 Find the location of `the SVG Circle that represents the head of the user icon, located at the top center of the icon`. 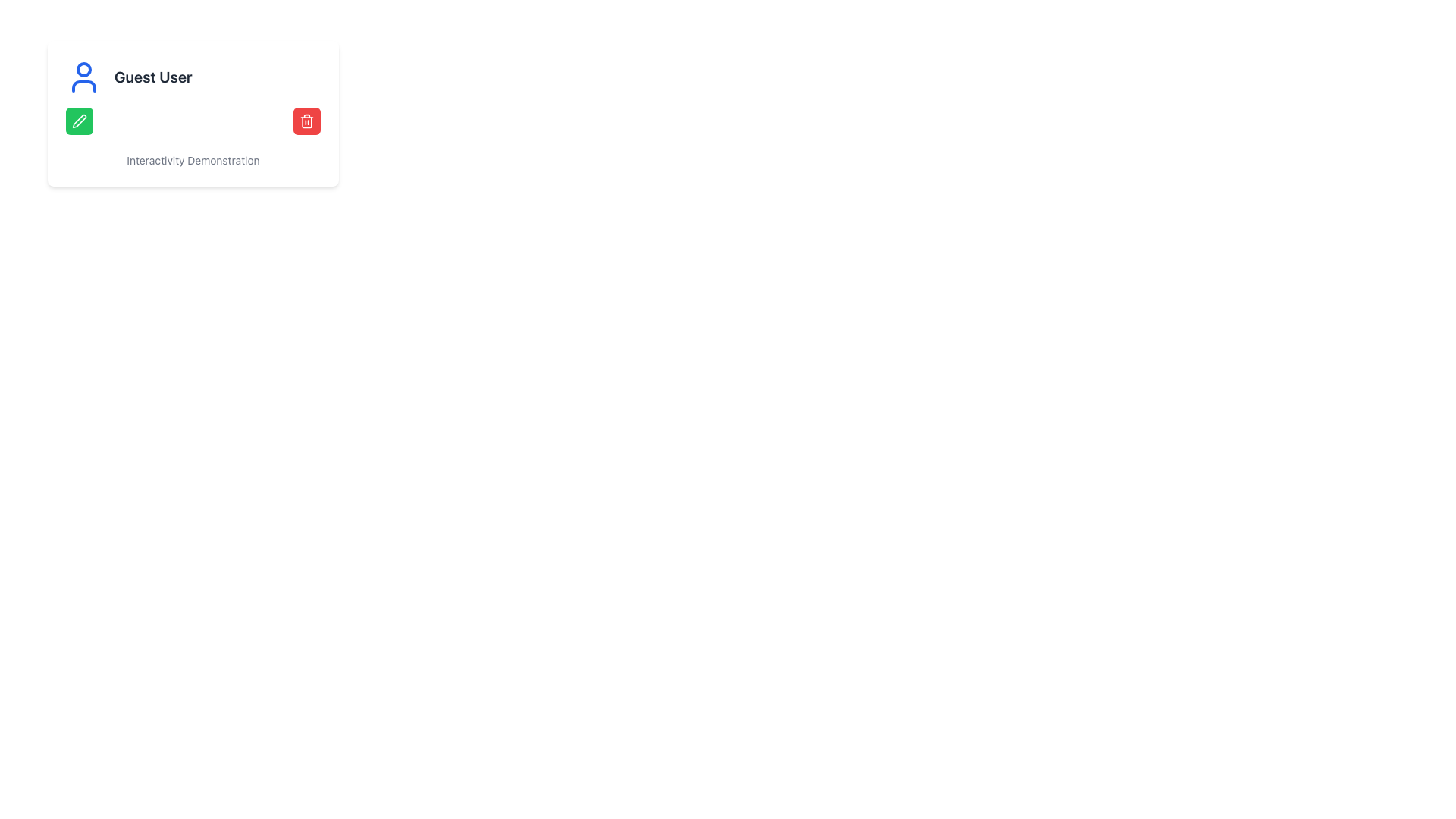

the SVG Circle that represents the head of the user icon, located at the top center of the icon is located at coordinates (83, 70).